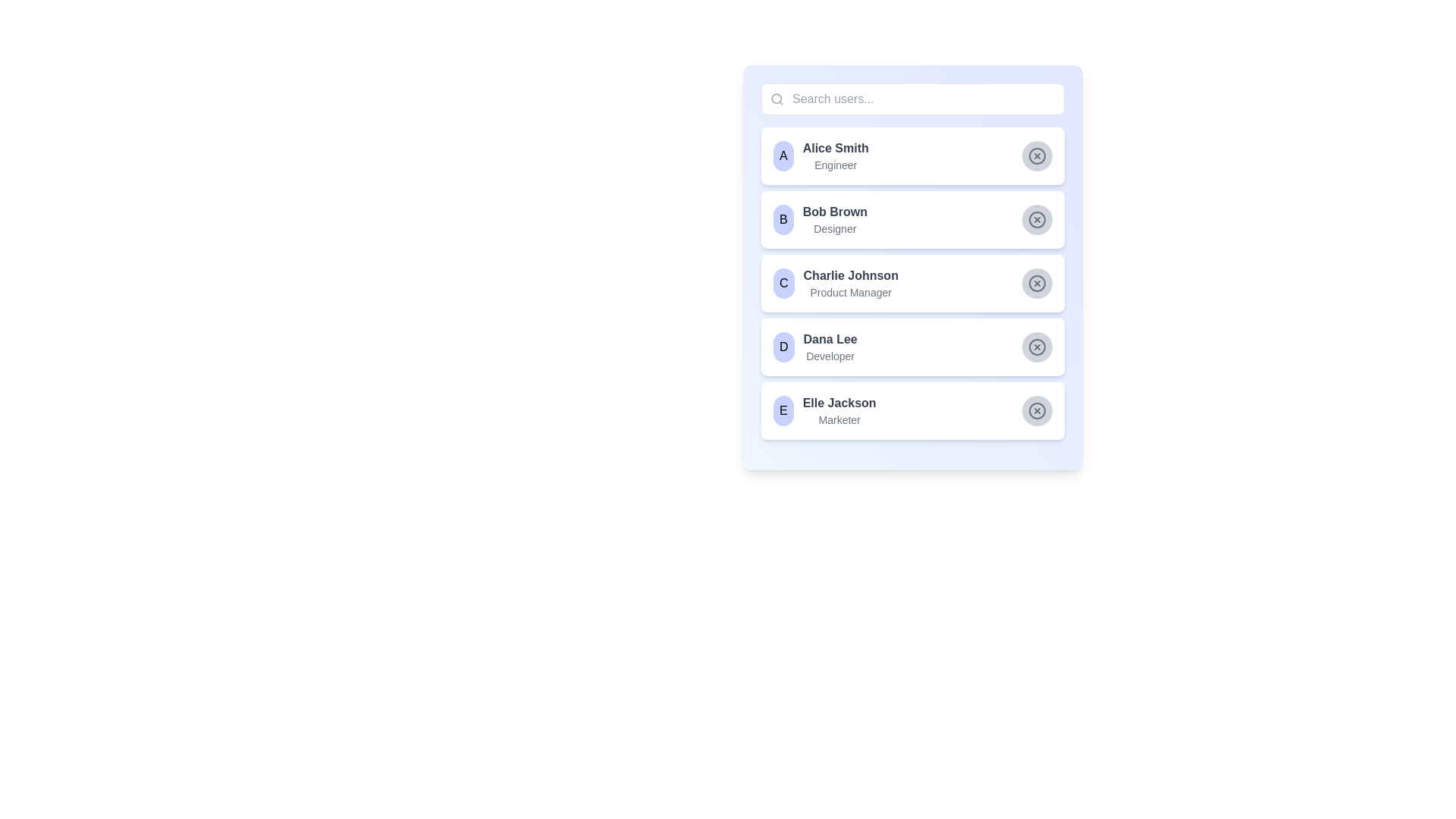  Describe the element at coordinates (1037, 155) in the screenshot. I see `the first circular 'X' icon next to the 'Alice Smith' user profile` at that location.